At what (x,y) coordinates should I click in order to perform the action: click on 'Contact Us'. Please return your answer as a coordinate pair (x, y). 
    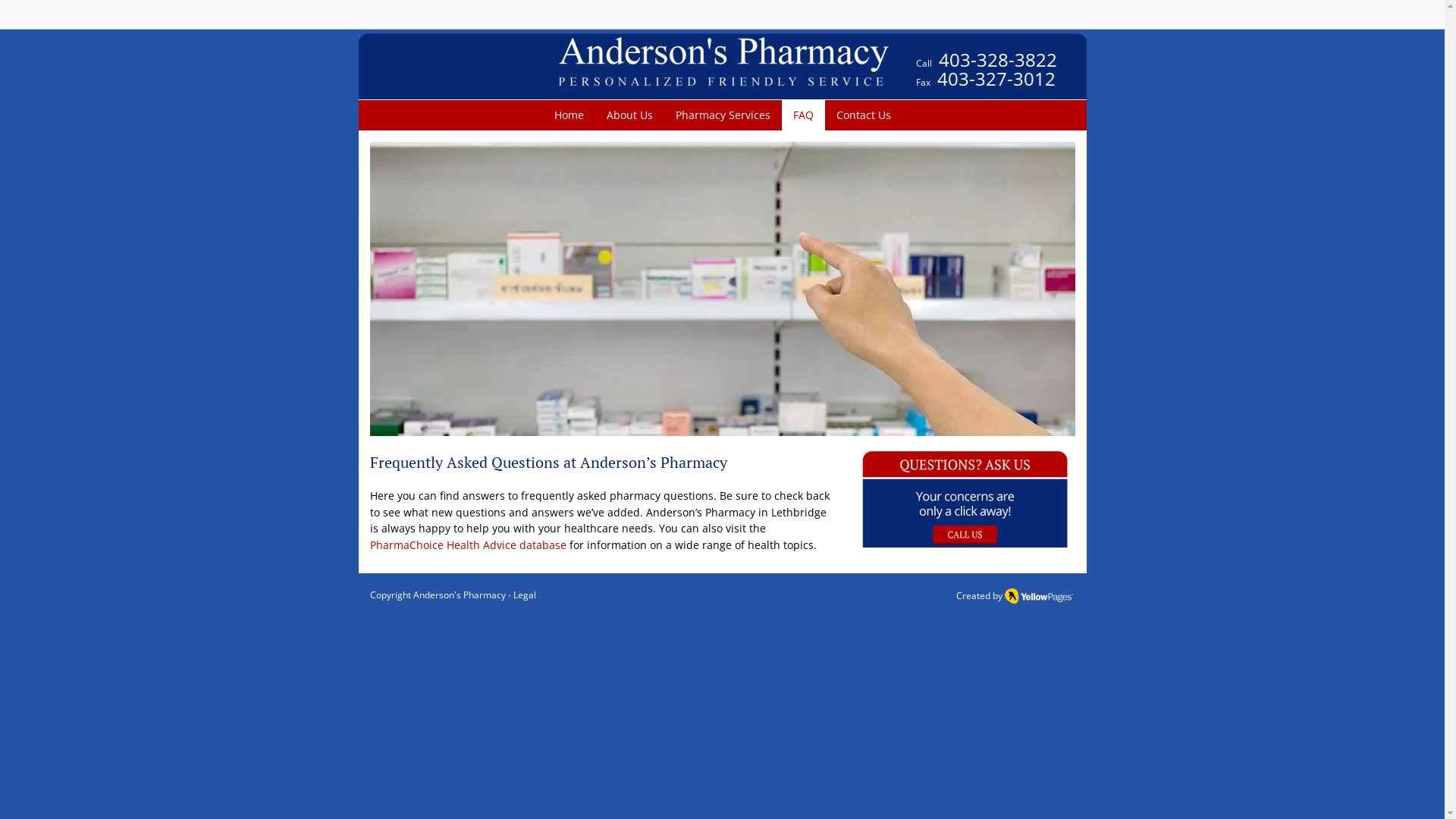
    Looking at the image, I should click on (863, 114).